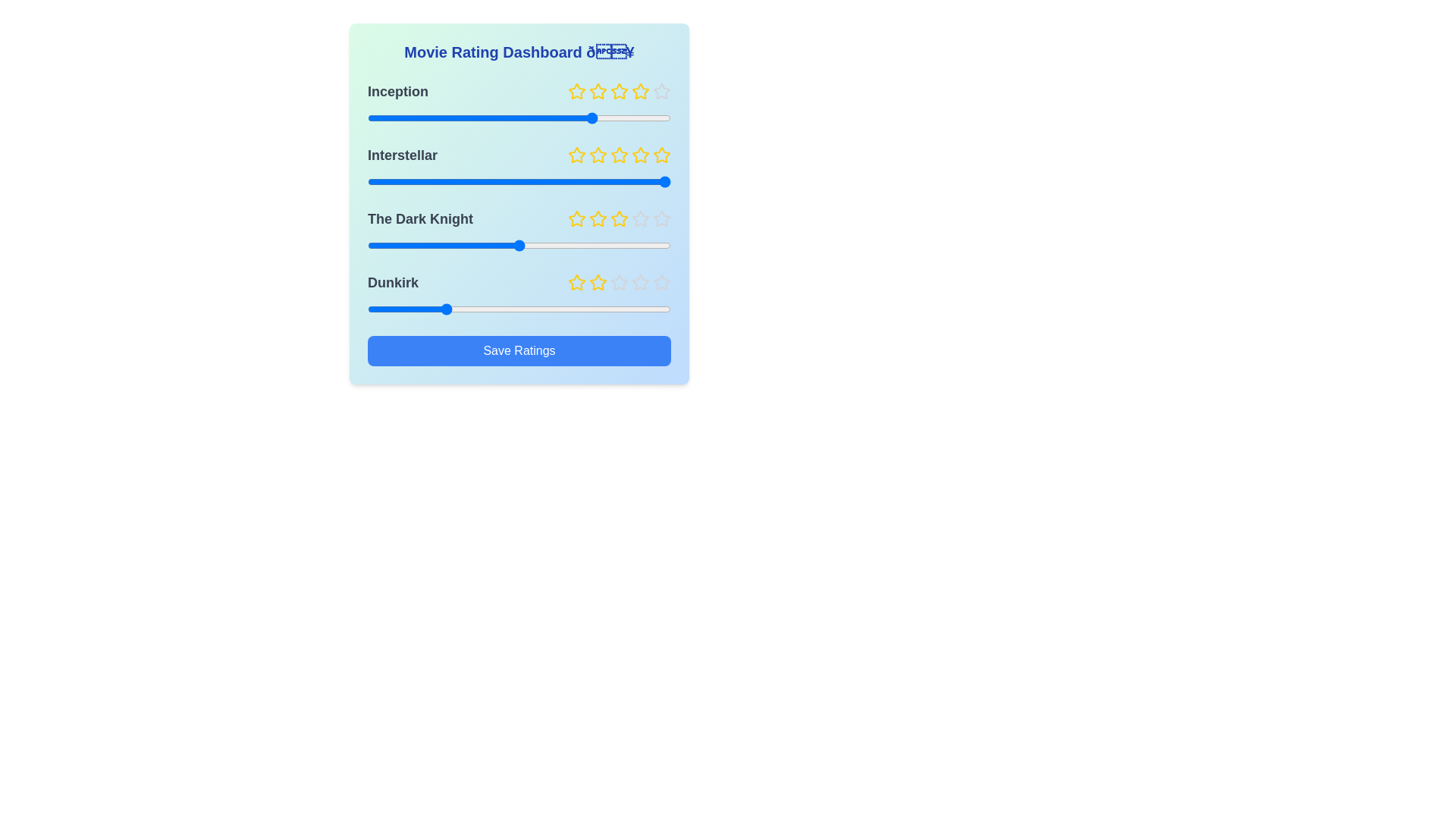 This screenshot has width=1456, height=819. Describe the element at coordinates (576, 91) in the screenshot. I see `the rating for a movie to 1 stars by clicking on the corresponding star` at that location.